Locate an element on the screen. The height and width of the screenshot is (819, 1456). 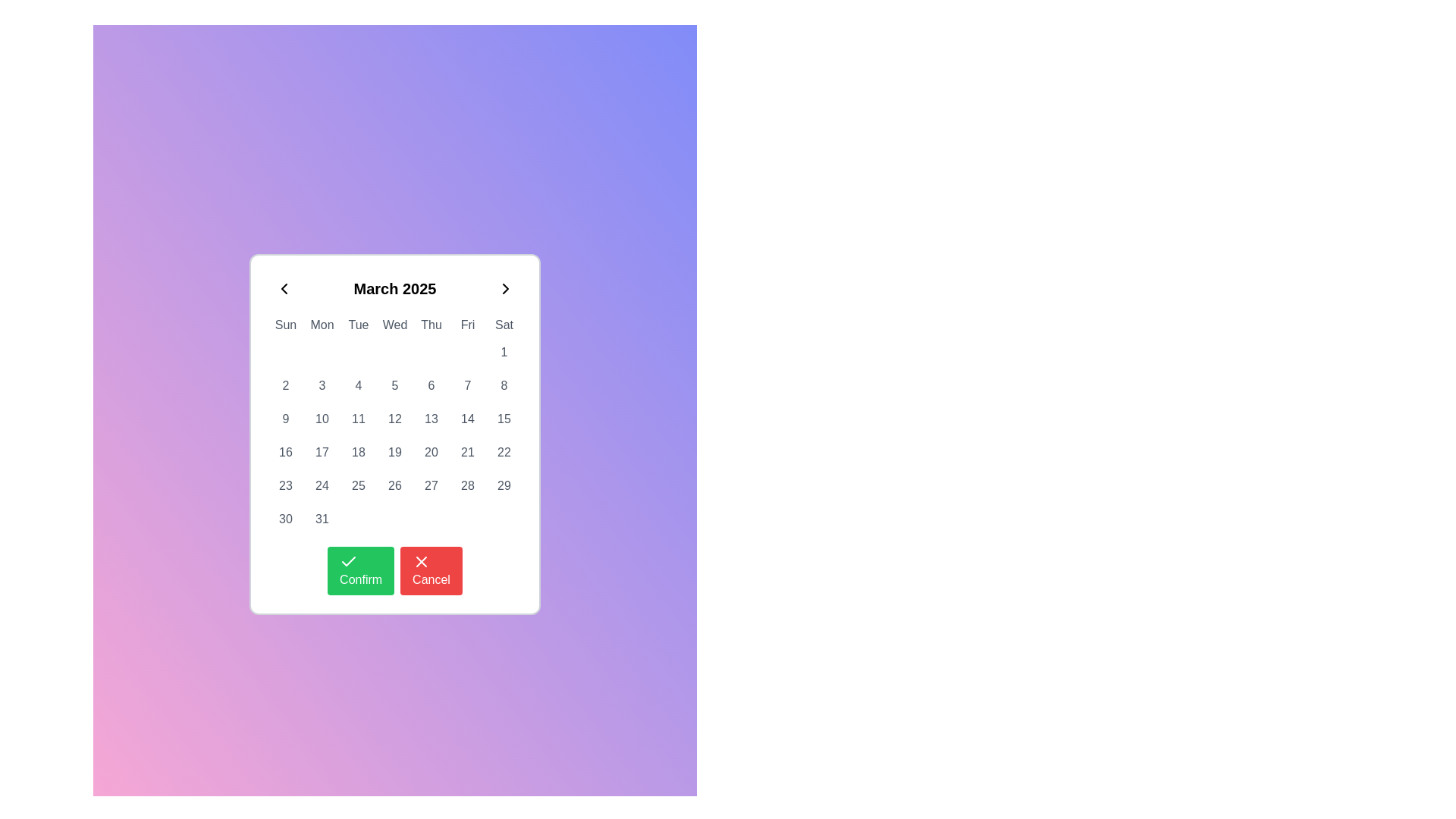
the small circular marker positioned in the Tuesday cell of the calendar grid is located at coordinates (358, 353).